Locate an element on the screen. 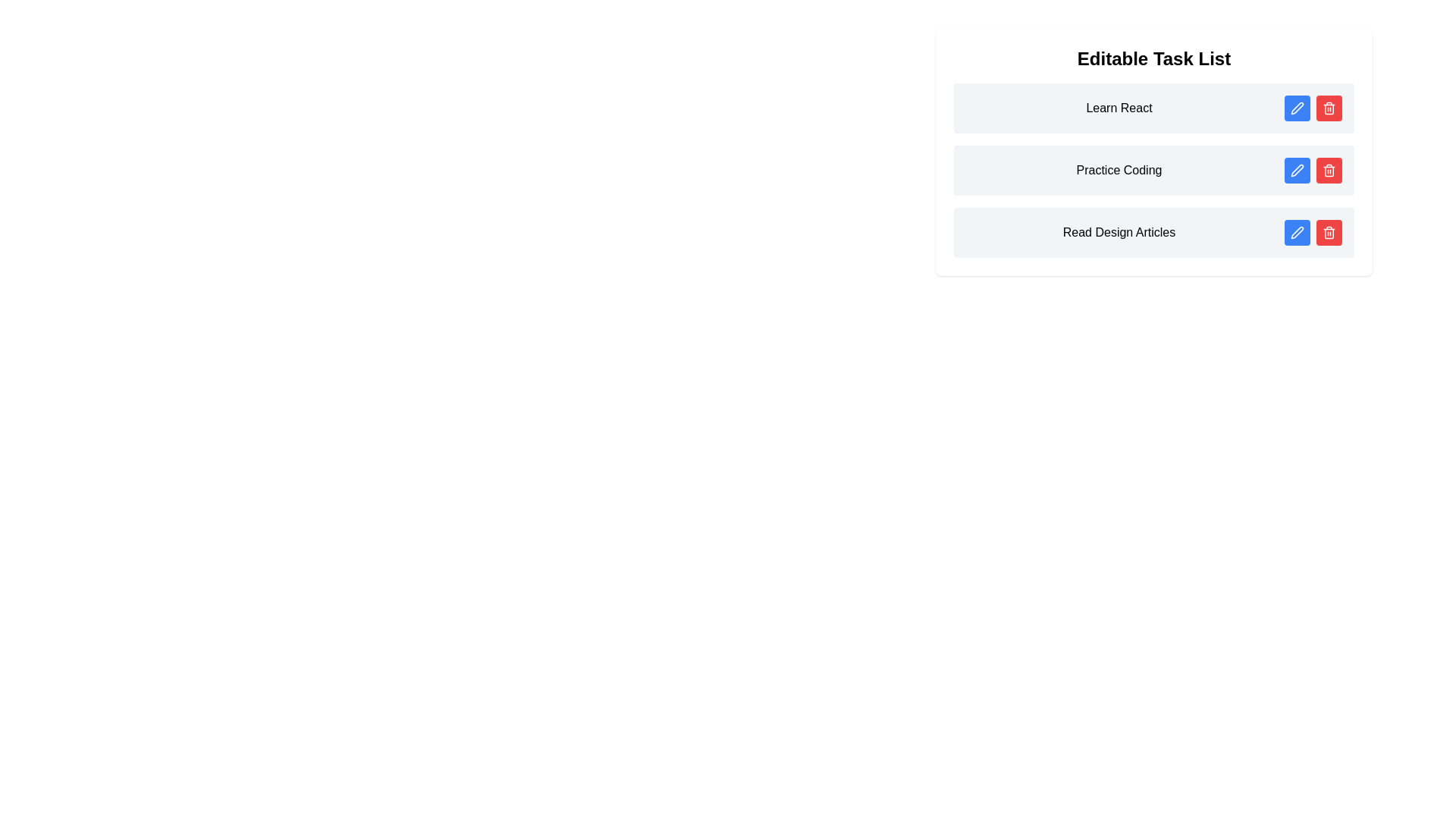 This screenshot has width=1456, height=819. the red trash icon button located on the right side of the task row is located at coordinates (1328, 233).